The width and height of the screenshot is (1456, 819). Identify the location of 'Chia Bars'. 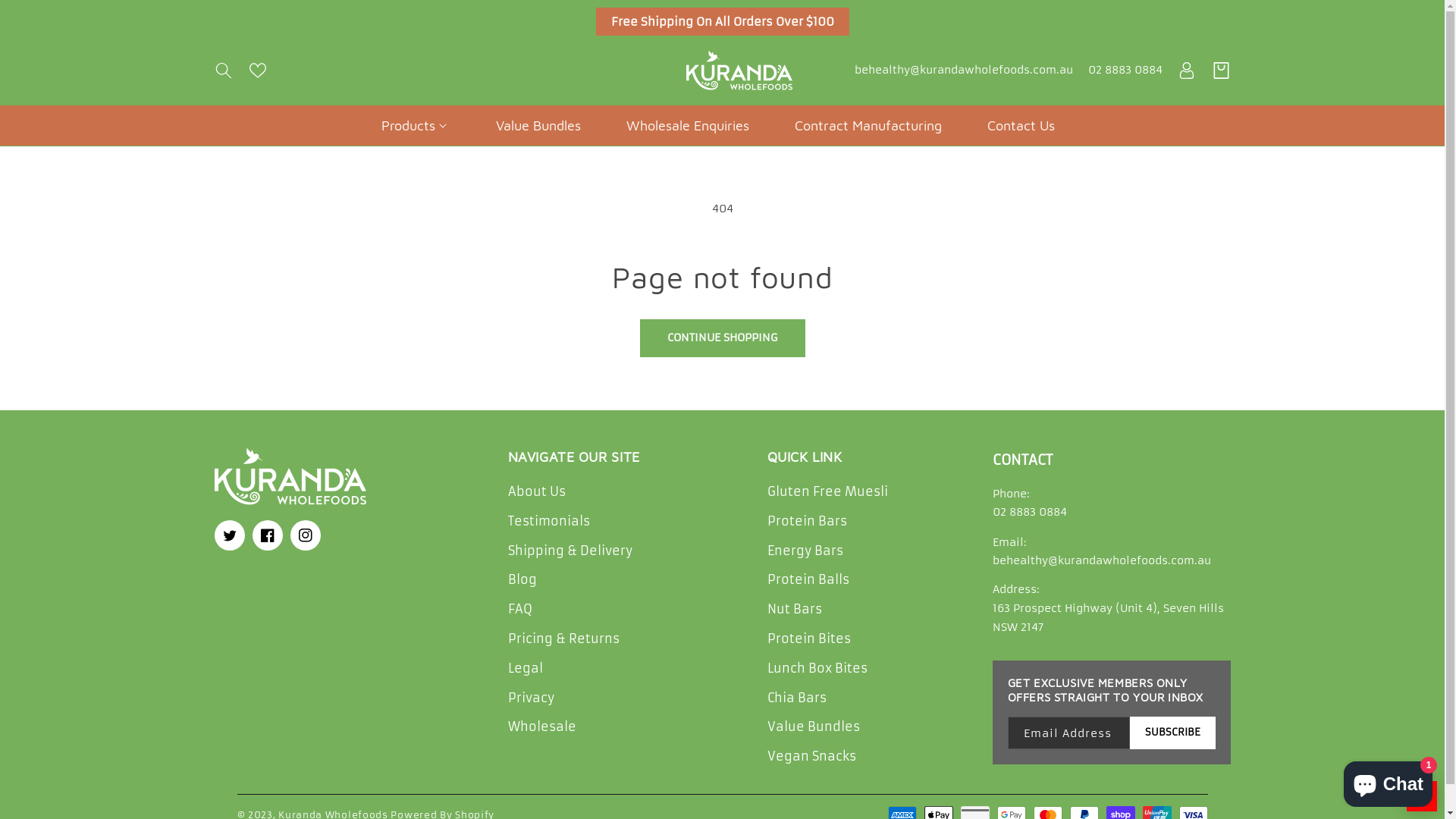
(796, 698).